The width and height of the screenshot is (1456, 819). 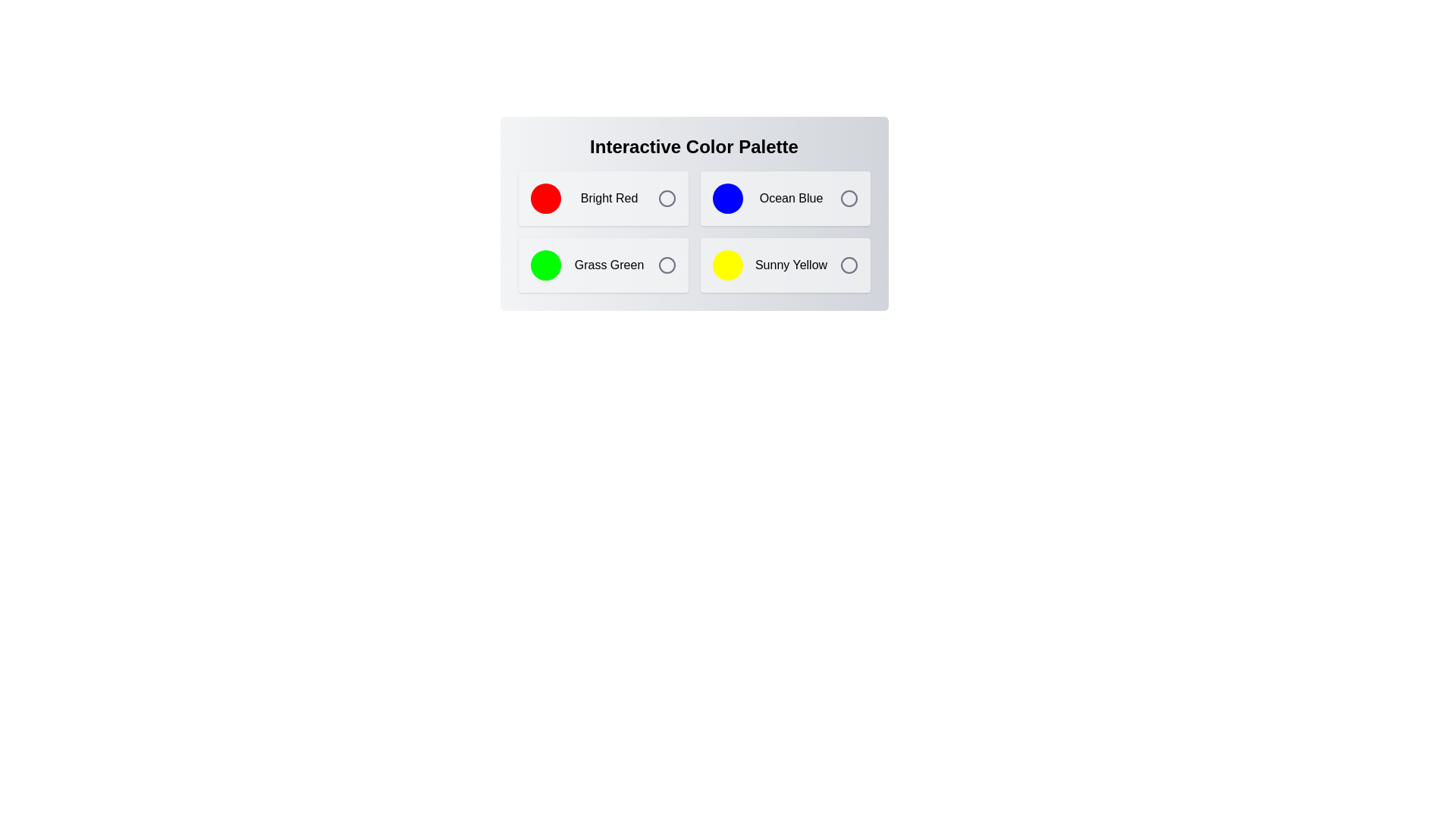 What do you see at coordinates (667, 198) in the screenshot?
I see `the color Bright Red by clicking its corresponding icon` at bounding box center [667, 198].